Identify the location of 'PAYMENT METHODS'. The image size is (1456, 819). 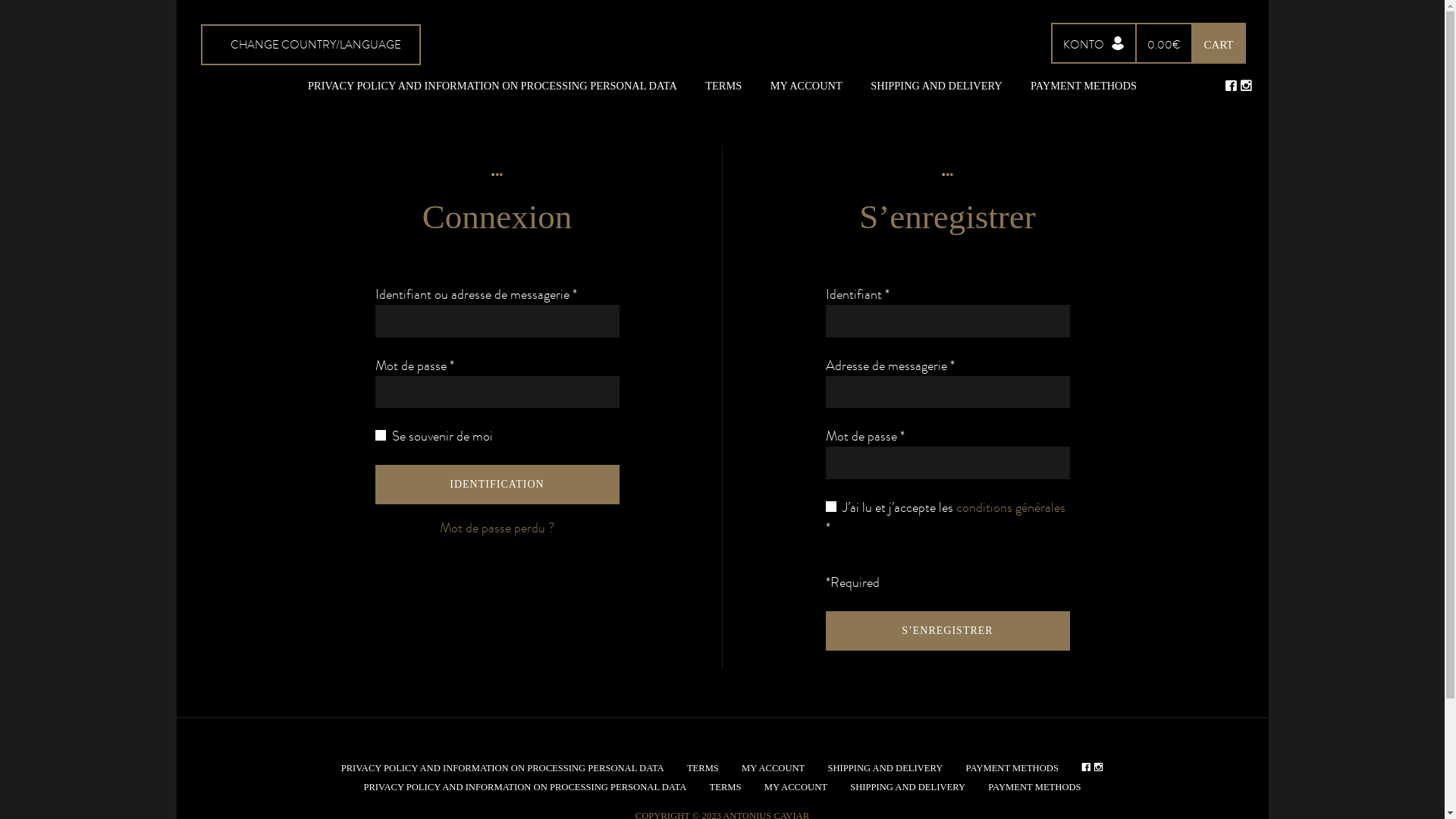
(1012, 768).